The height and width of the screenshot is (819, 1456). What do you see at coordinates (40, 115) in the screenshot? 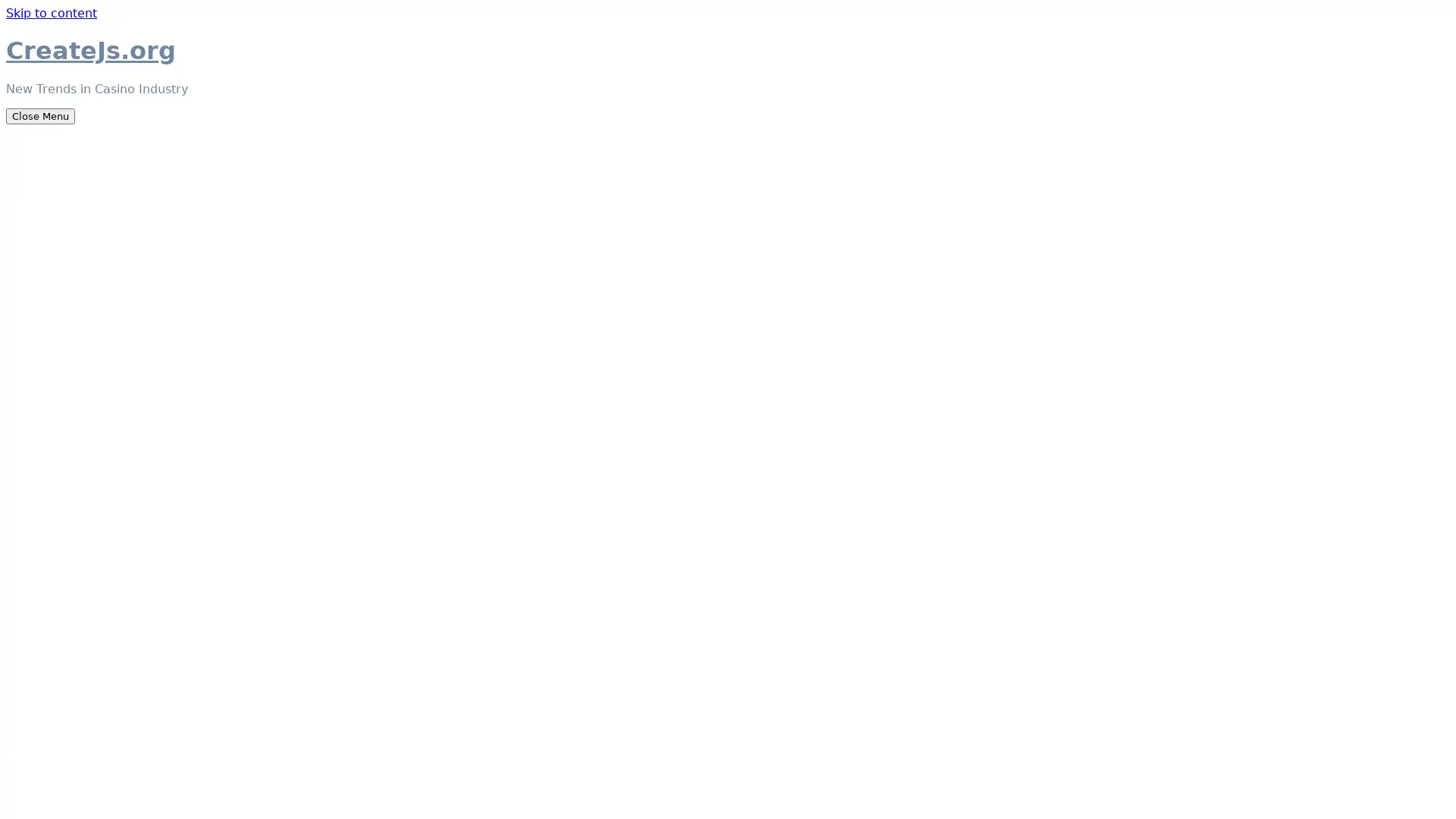
I see `Close Menu` at bounding box center [40, 115].